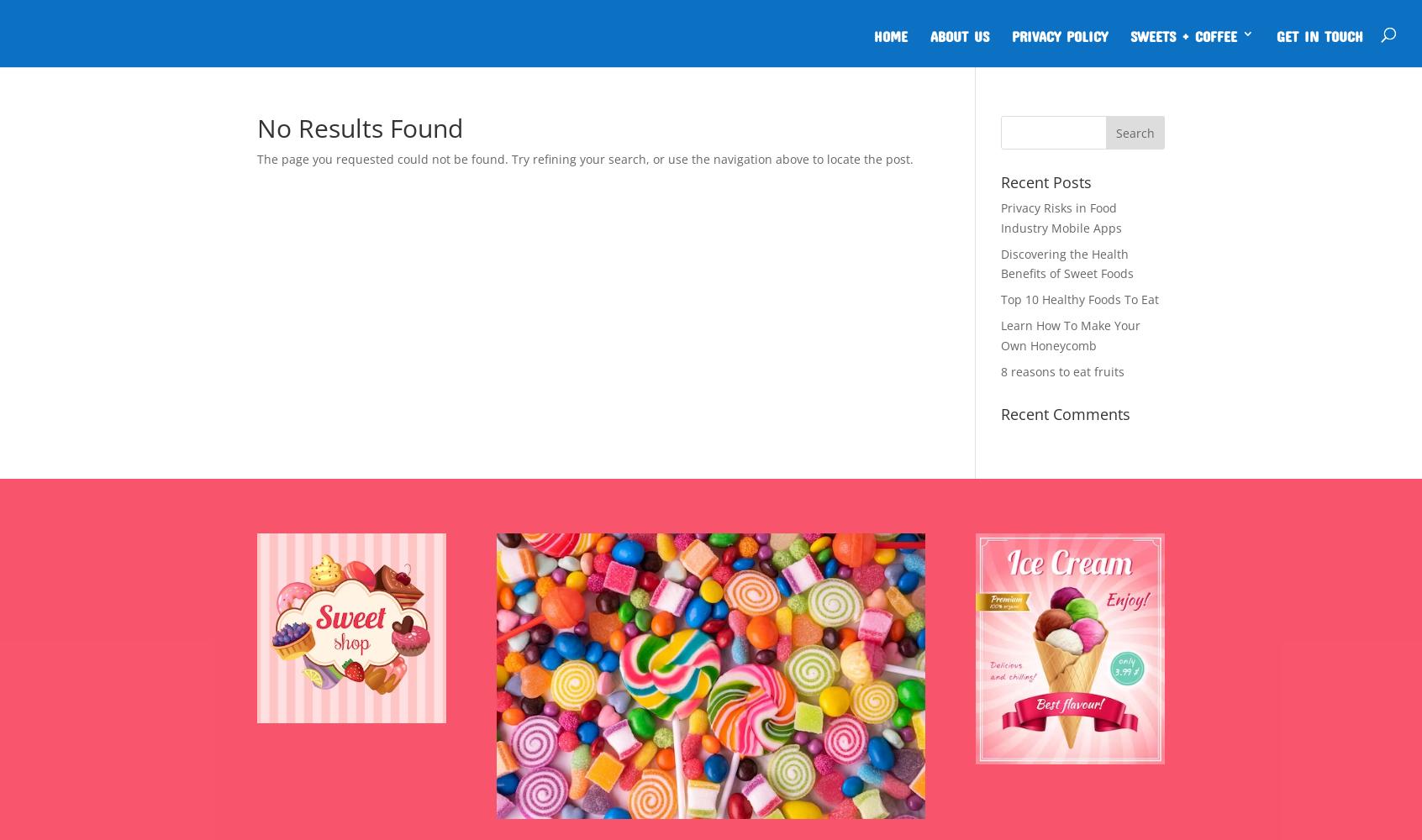  Describe the element at coordinates (1066, 262) in the screenshot. I see `'Discovering the Health Benefits of Sweet Foods'` at that location.